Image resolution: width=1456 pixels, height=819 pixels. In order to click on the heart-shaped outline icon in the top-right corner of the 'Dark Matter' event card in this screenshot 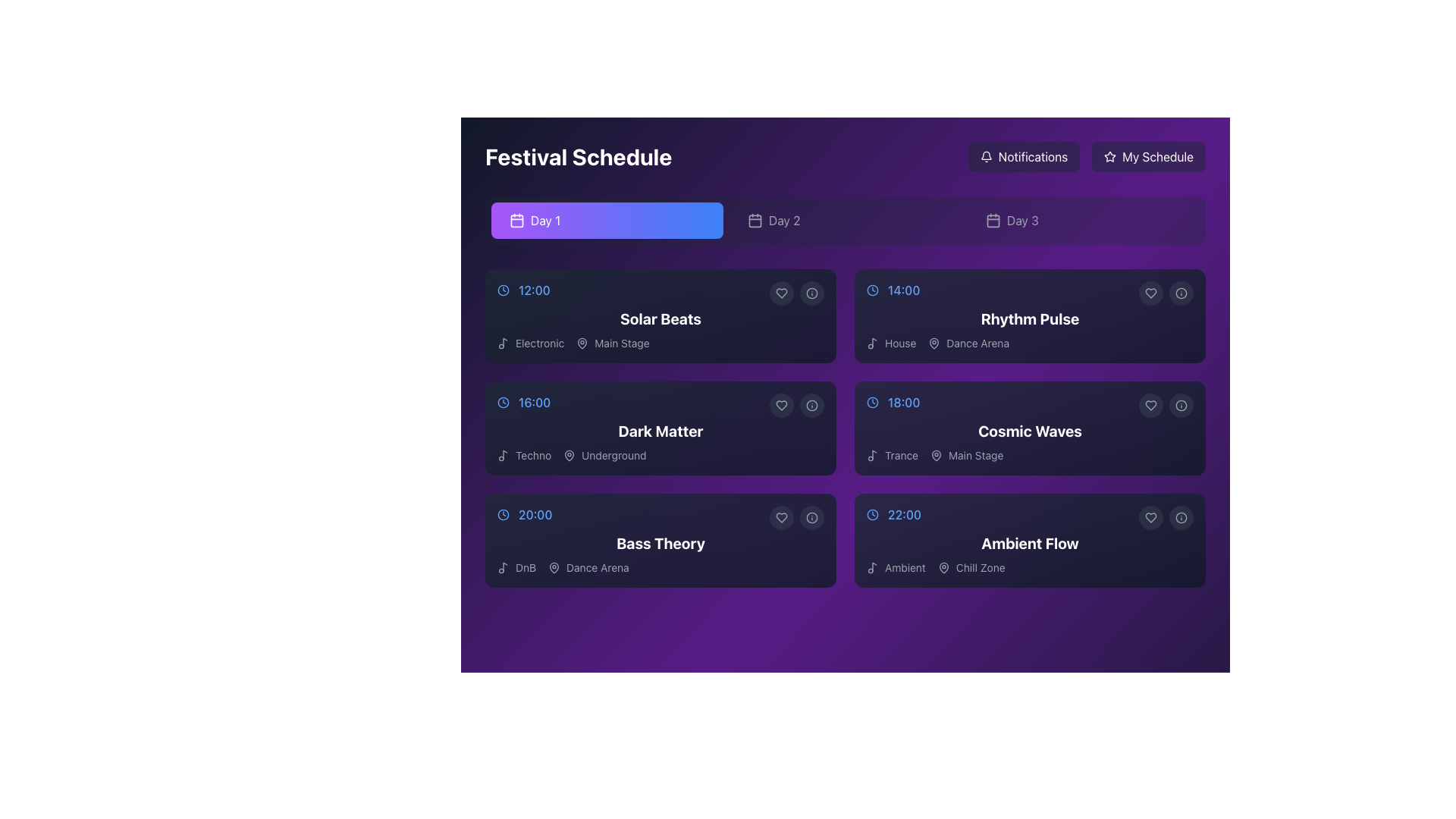, I will do `click(782, 405)`.